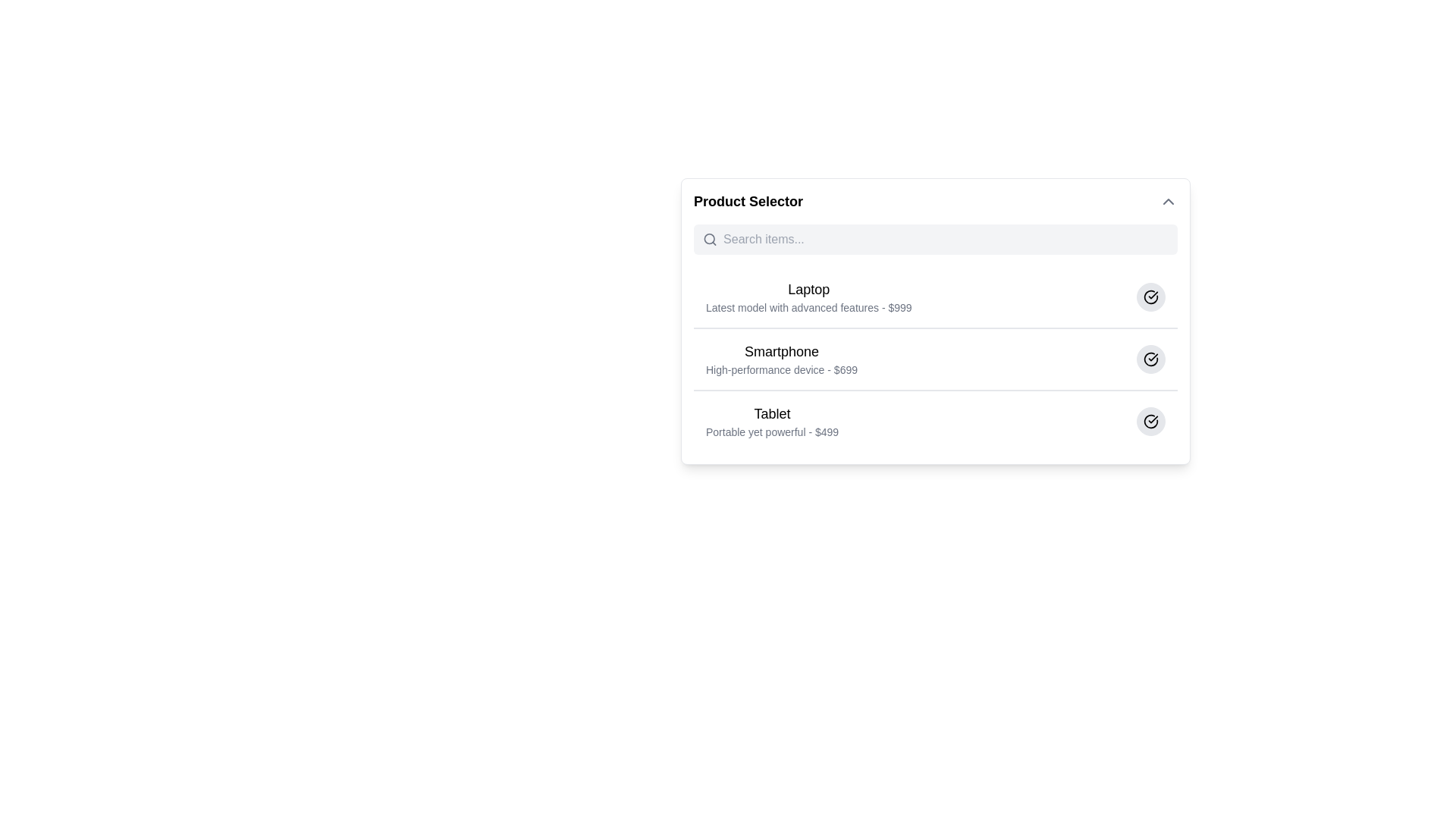  I want to click on the second entry in the vertically arranged list of electronic devices, which is styled in a clean and minimalistic manner and is located between the Laptop and Tablet entries, so click(934, 337).